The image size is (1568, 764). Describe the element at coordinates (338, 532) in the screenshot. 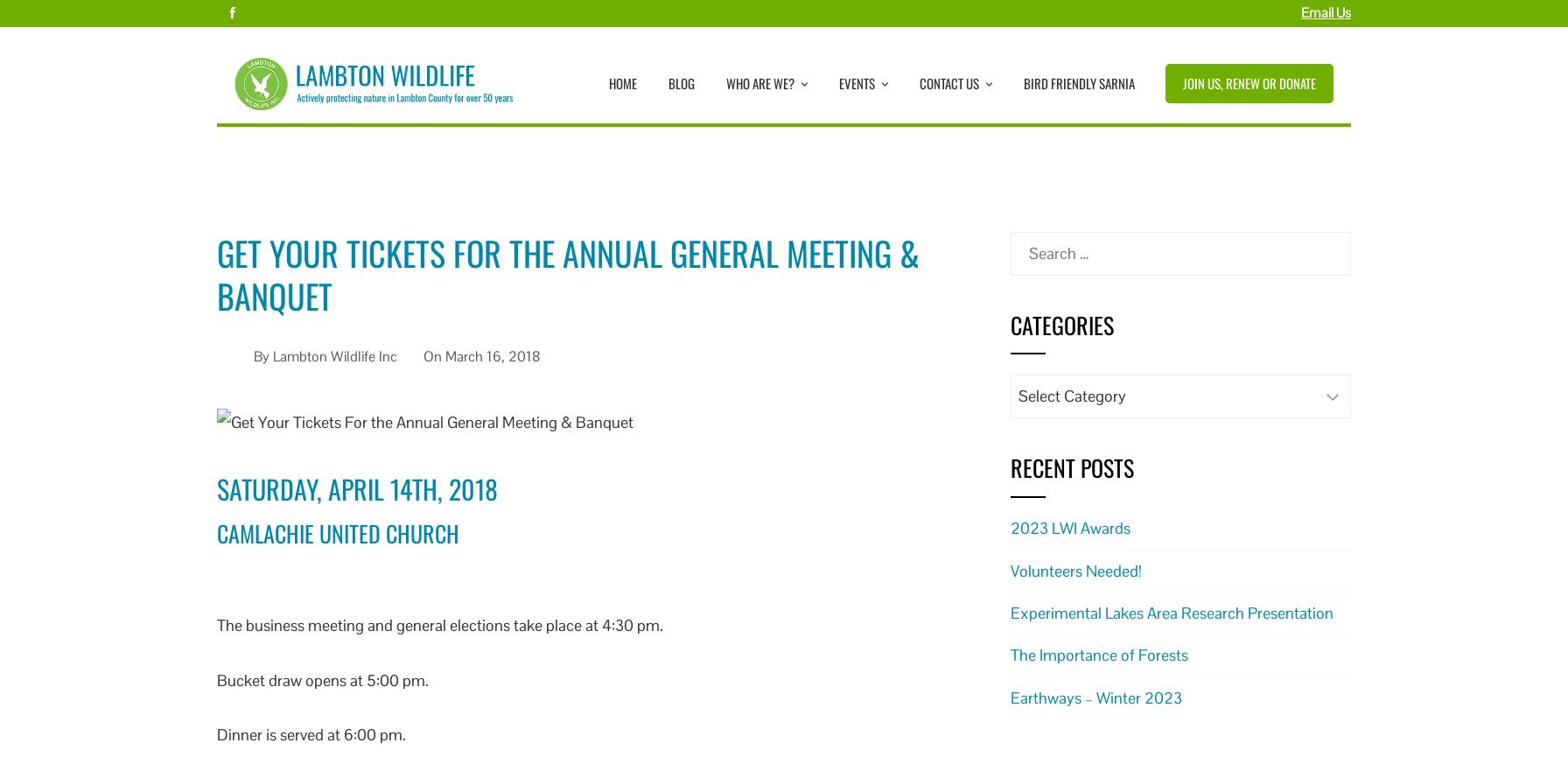

I see `'Camlachie United Church'` at that location.